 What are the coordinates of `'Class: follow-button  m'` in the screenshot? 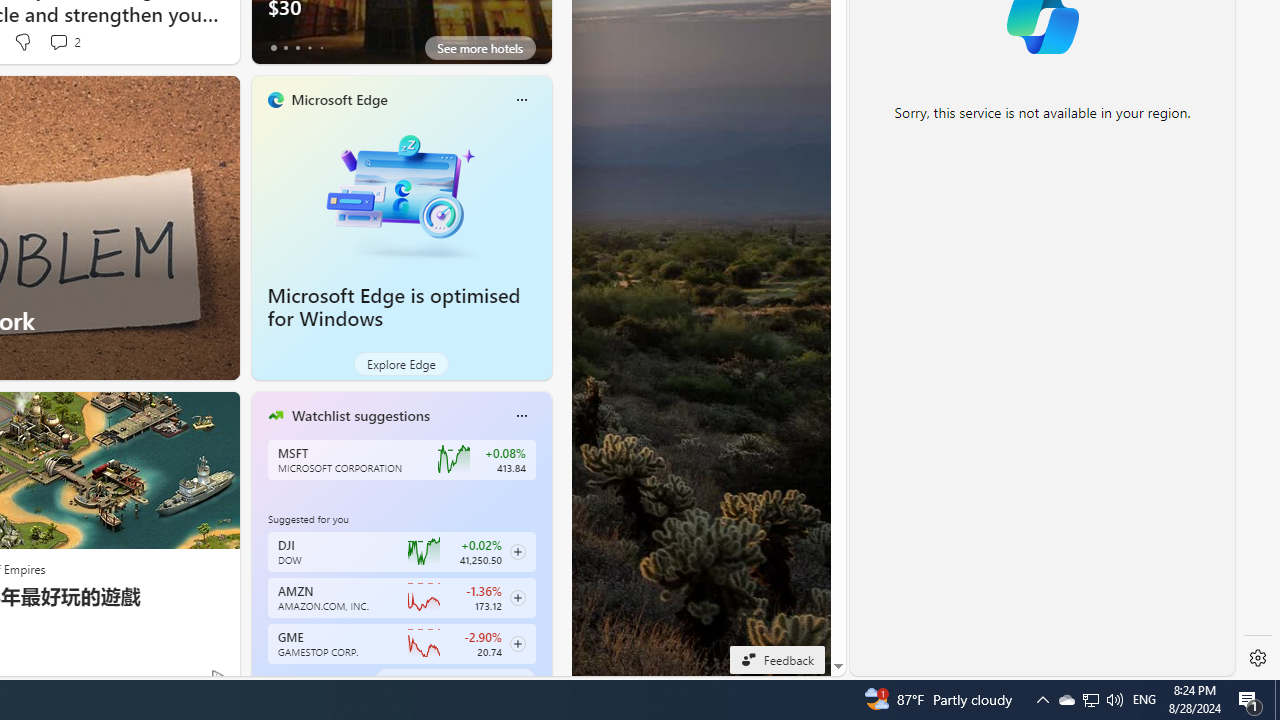 It's located at (517, 644).